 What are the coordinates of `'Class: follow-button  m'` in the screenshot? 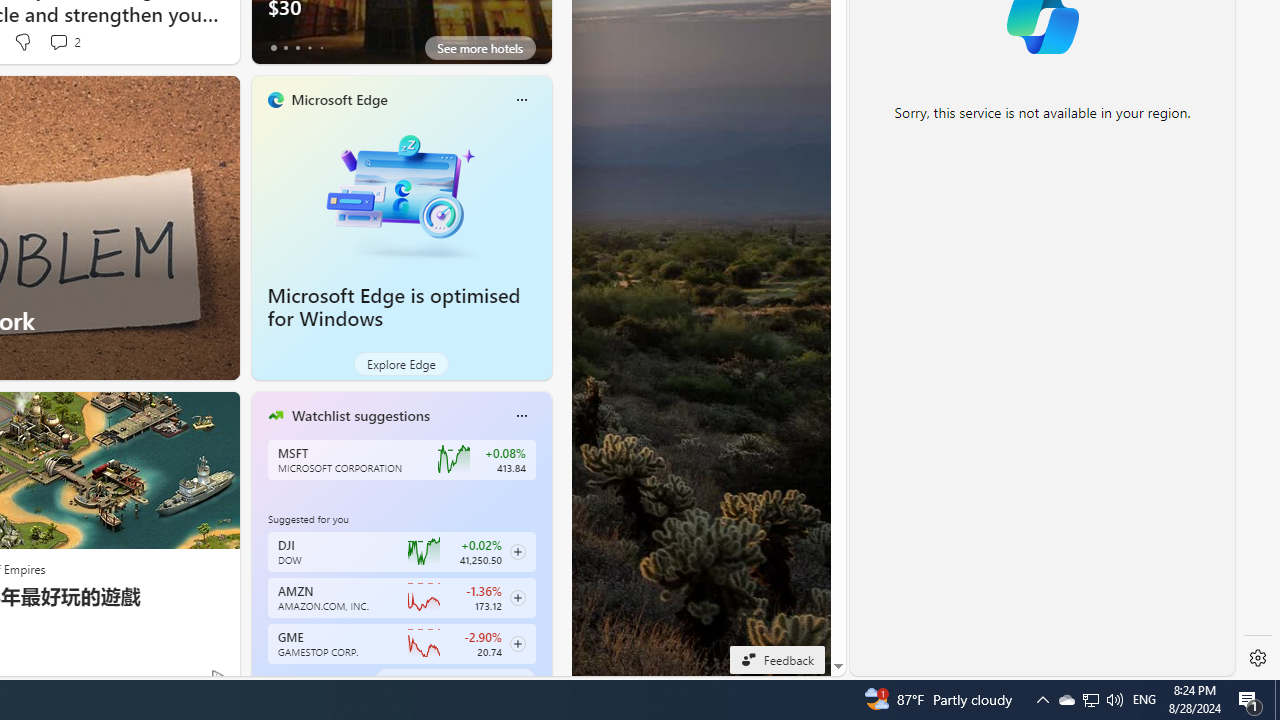 It's located at (517, 644).